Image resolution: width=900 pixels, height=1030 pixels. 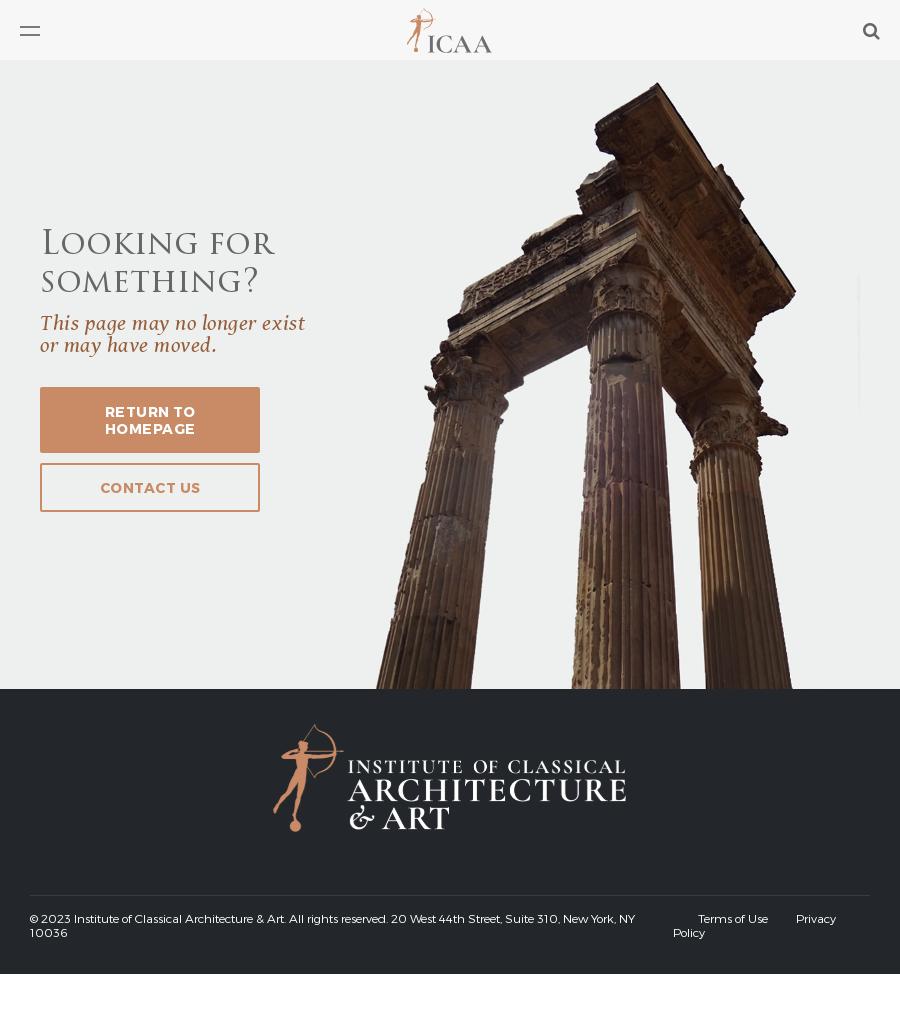 What do you see at coordinates (42, 242) in the screenshot?
I see `'Travel'` at bounding box center [42, 242].